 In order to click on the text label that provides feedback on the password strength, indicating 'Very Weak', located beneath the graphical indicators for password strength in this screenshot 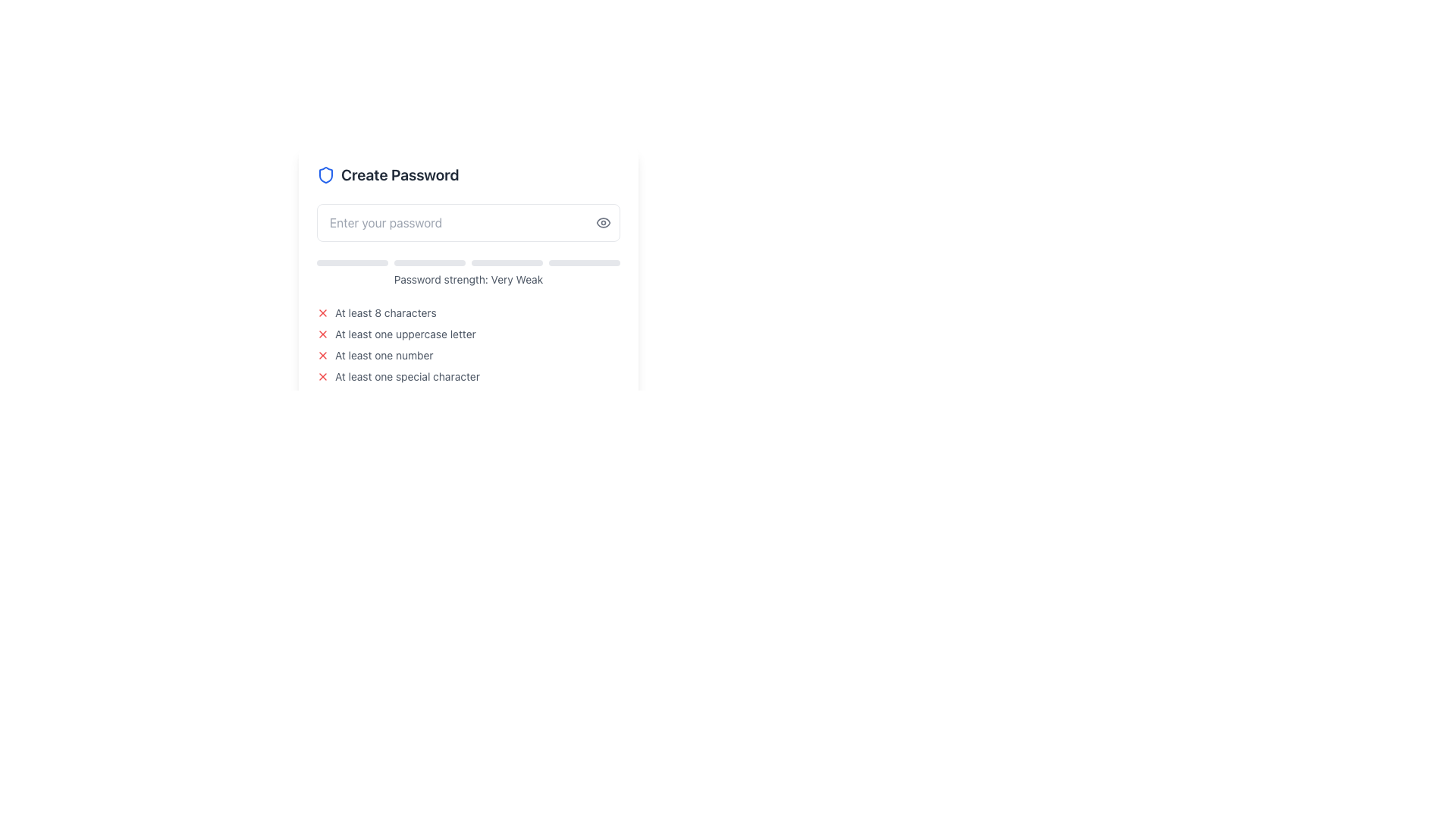, I will do `click(468, 280)`.